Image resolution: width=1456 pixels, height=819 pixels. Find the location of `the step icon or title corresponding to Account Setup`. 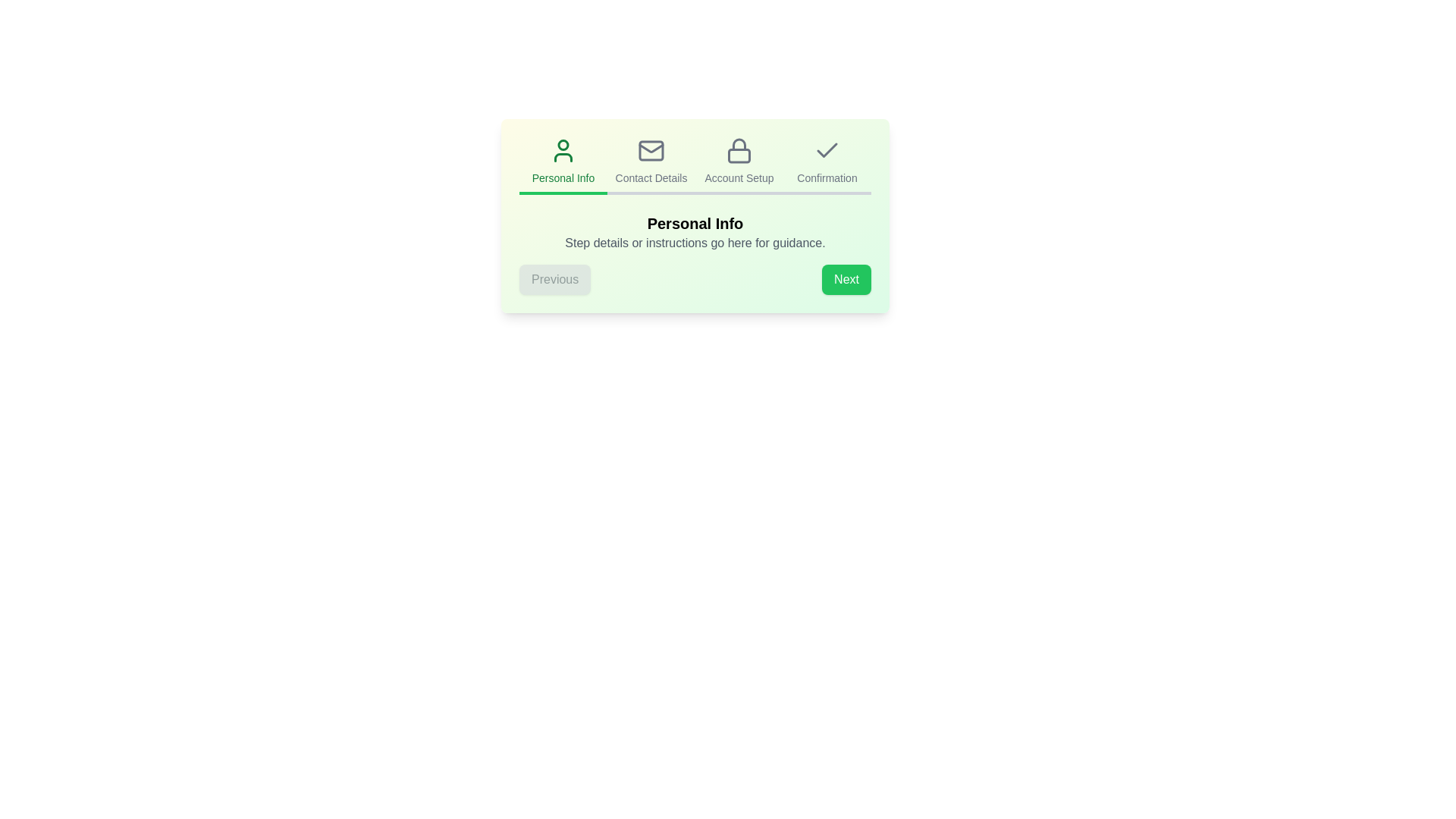

the step icon or title corresponding to Account Setup is located at coordinates (739, 166).